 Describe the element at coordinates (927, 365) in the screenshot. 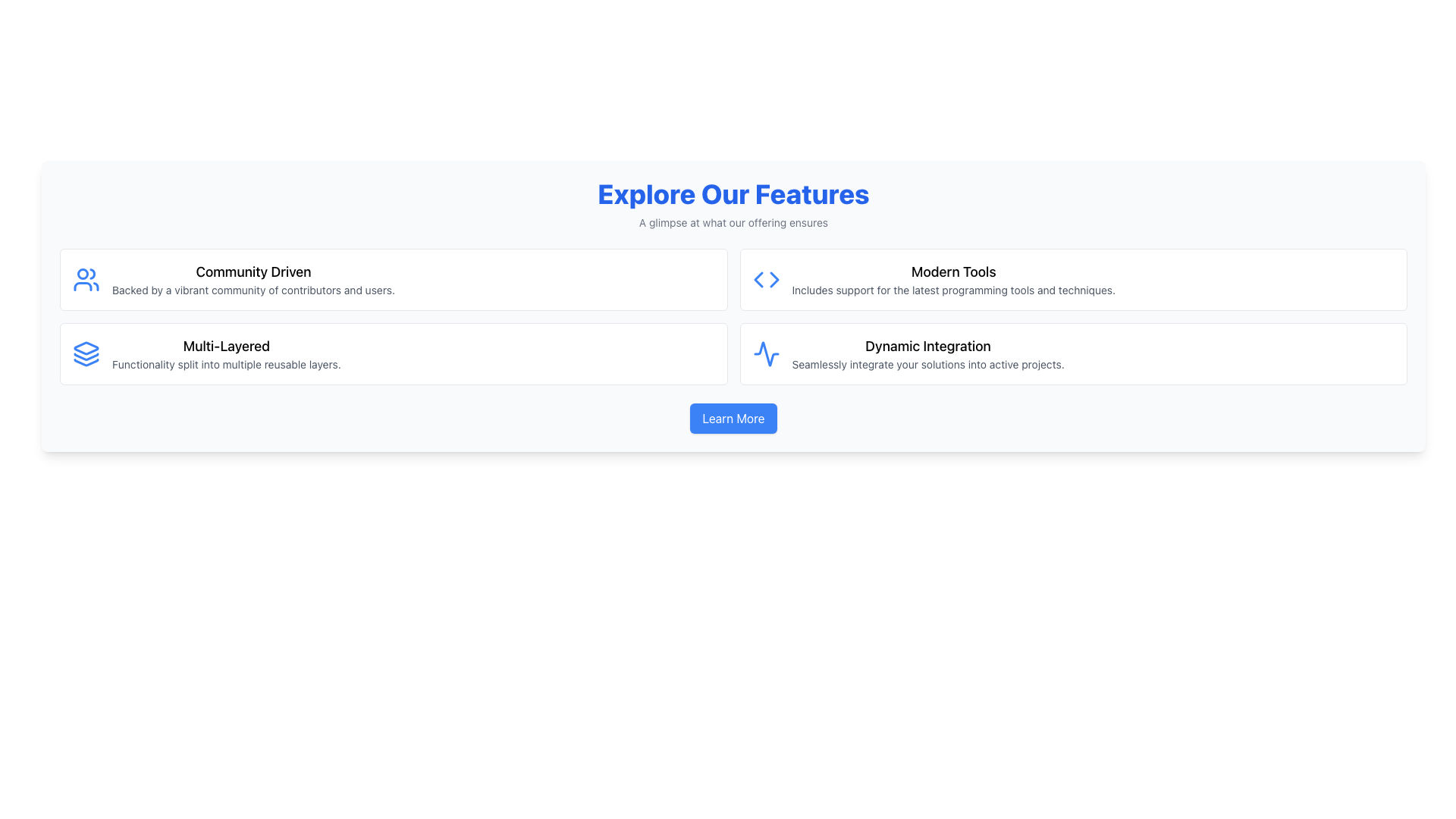

I see `the descriptive text label providing additional information about 'Dynamic Integration', located below the title within its card on the lower right corner of the grid layout` at that location.